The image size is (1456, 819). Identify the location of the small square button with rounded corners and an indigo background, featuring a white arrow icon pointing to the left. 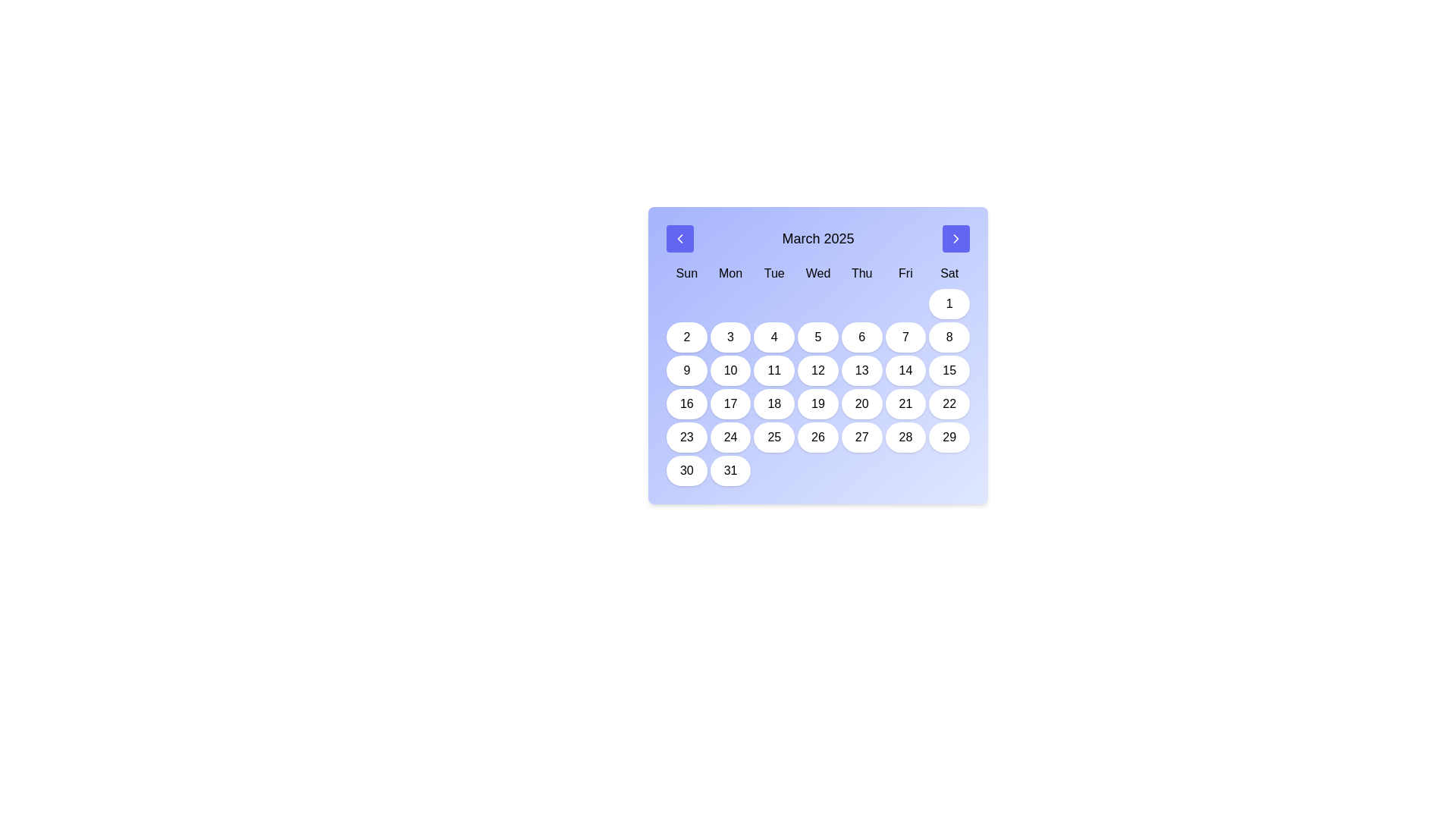
(679, 239).